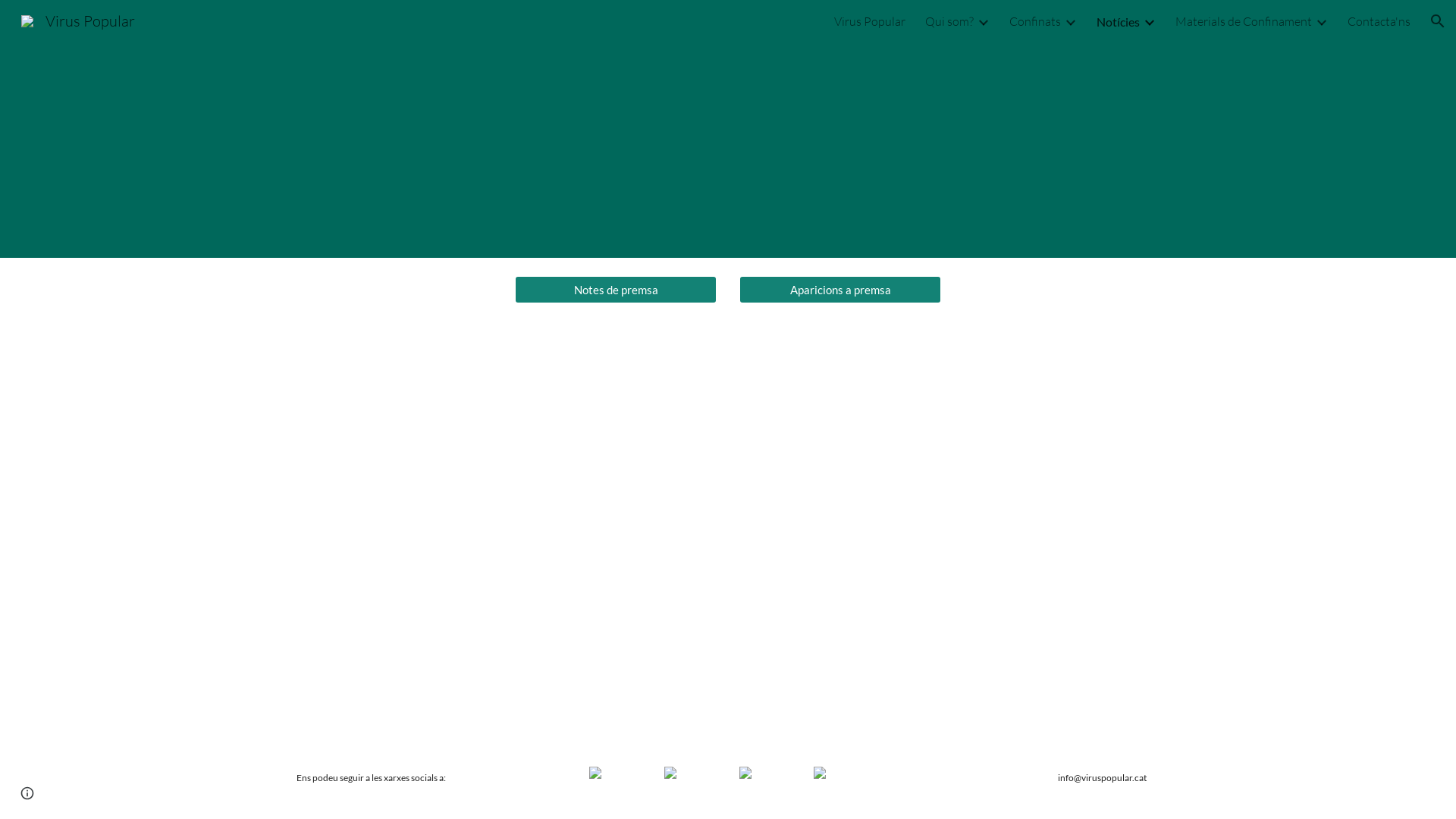 The height and width of the screenshot is (819, 1456). I want to click on 'Expand/Collapse', so click(983, 20).